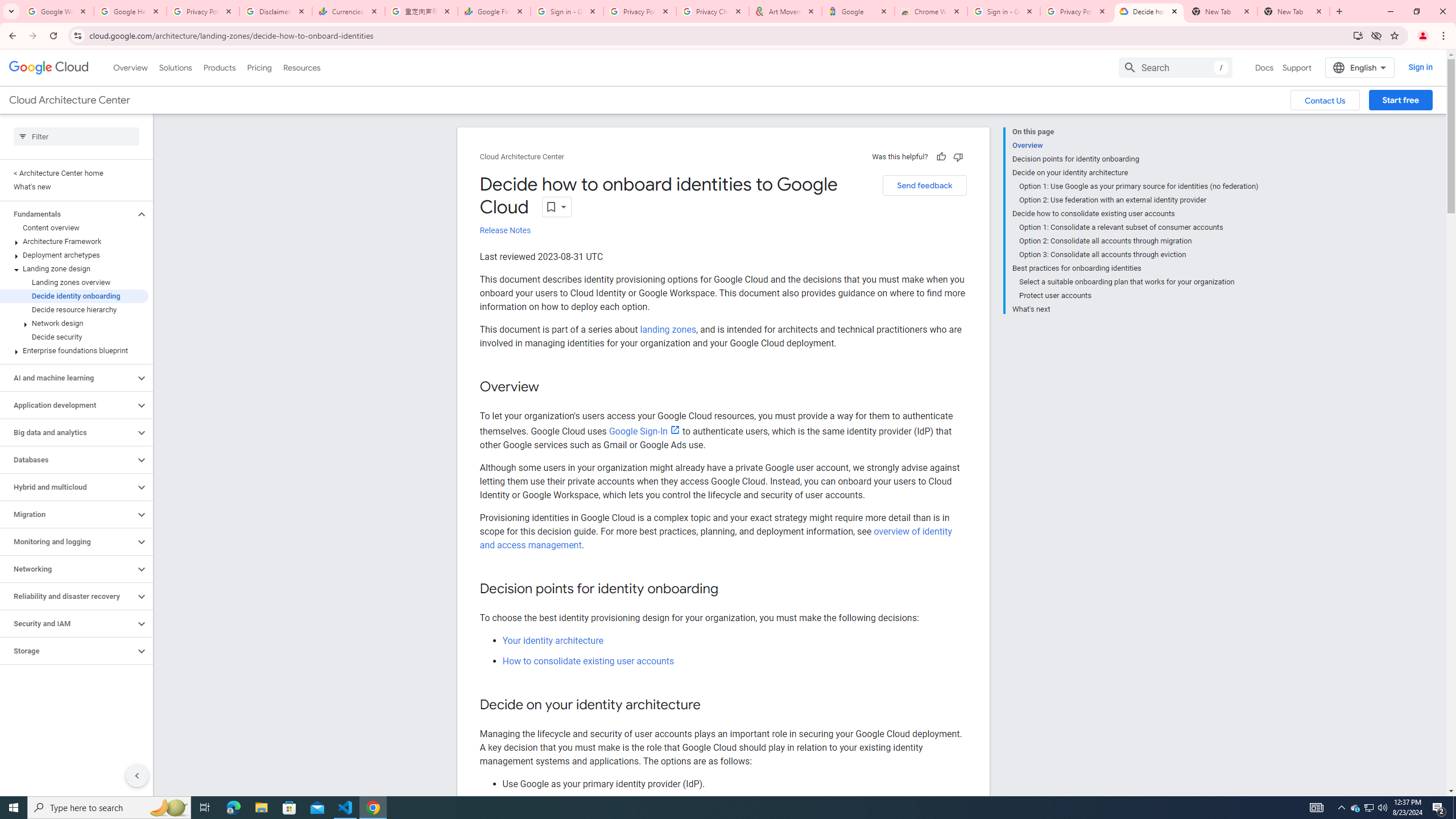 The height and width of the screenshot is (819, 1456). What do you see at coordinates (74, 172) in the screenshot?
I see `'< Architecture Center home'` at bounding box center [74, 172].